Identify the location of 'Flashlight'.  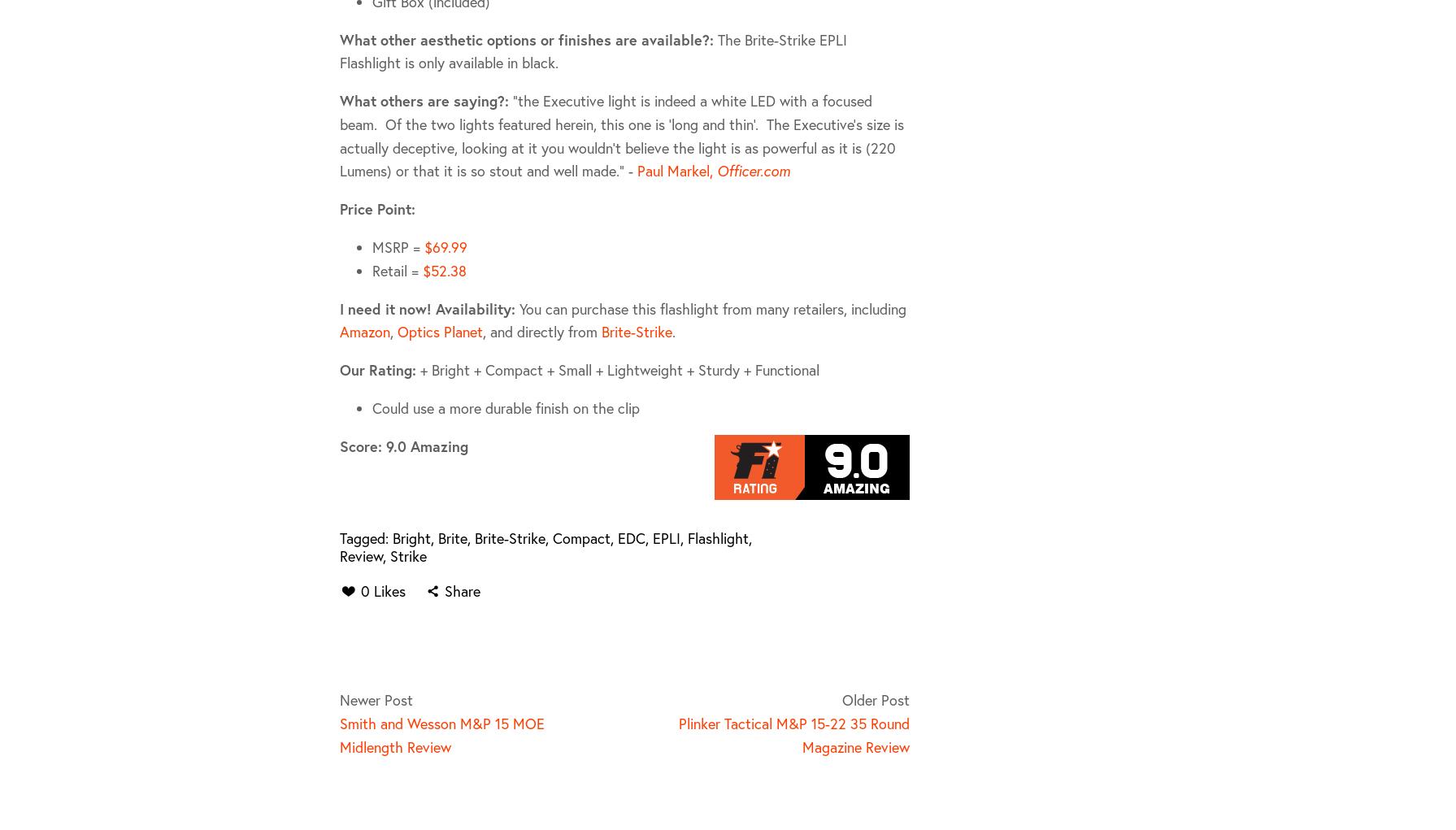
(717, 536).